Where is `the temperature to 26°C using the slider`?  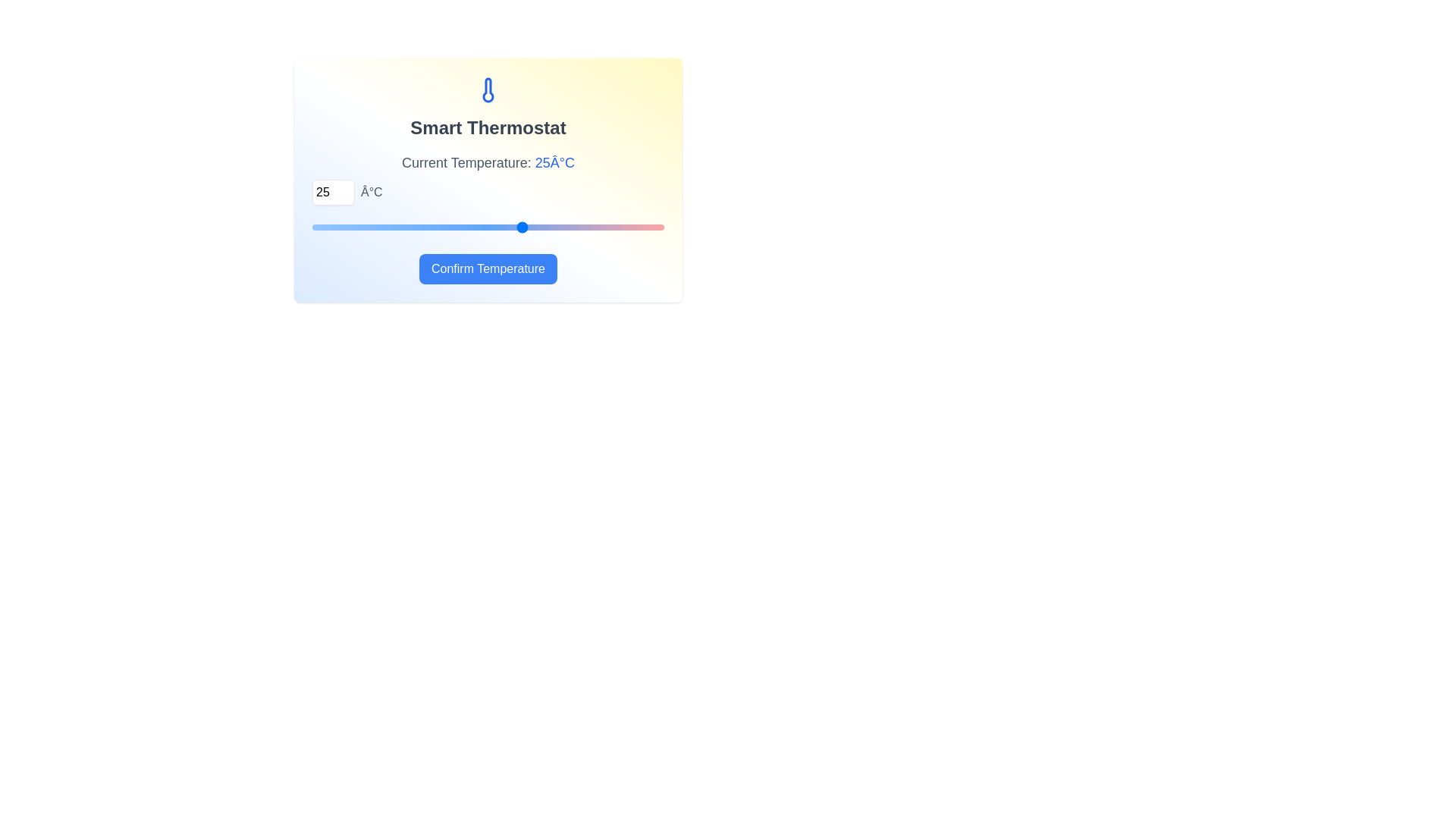
the temperature to 26°C using the slider is located at coordinates (538, 227).